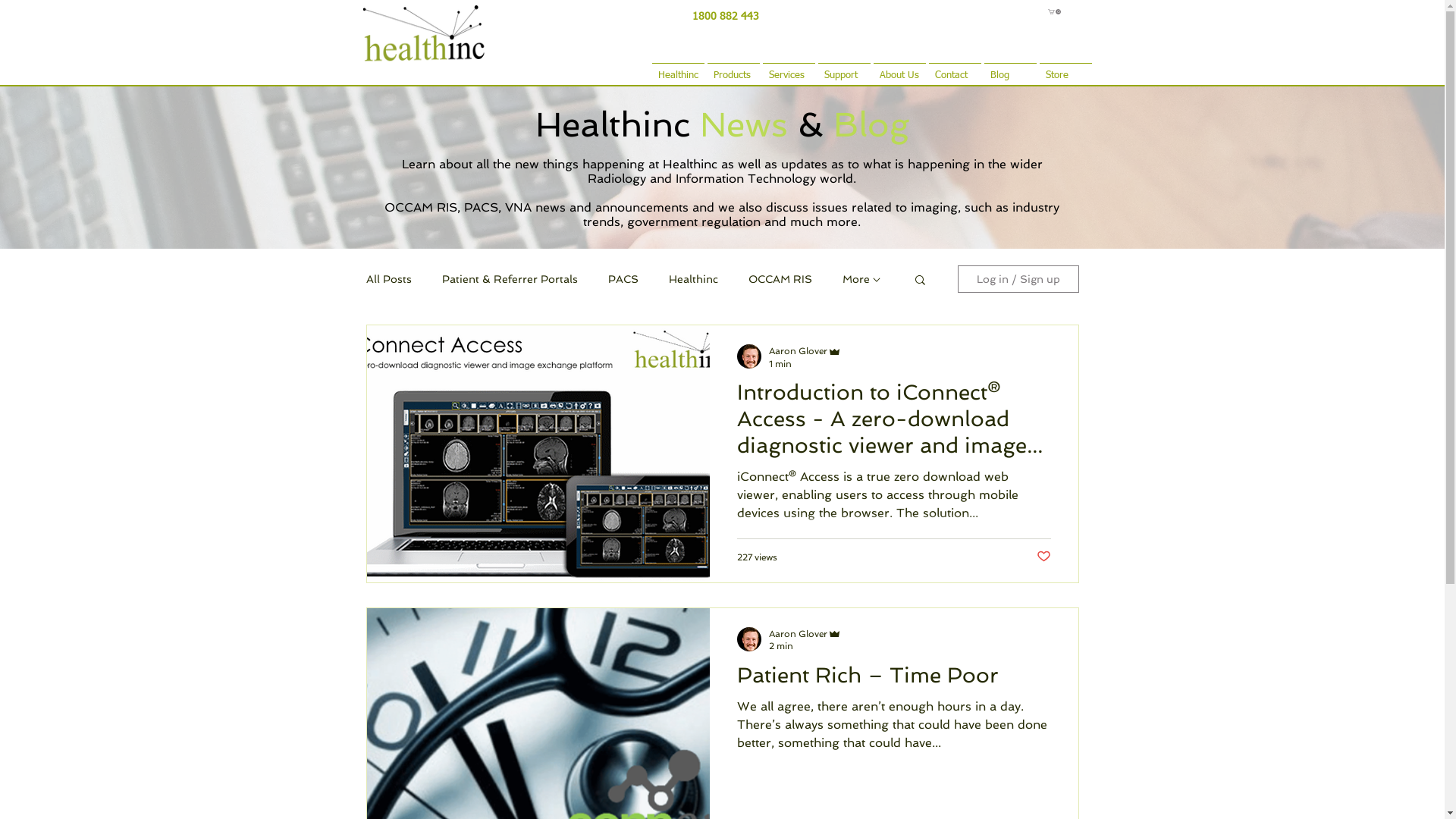 The image size is (1456, 819). I want to click on 'Blog', so click(1010, 68).